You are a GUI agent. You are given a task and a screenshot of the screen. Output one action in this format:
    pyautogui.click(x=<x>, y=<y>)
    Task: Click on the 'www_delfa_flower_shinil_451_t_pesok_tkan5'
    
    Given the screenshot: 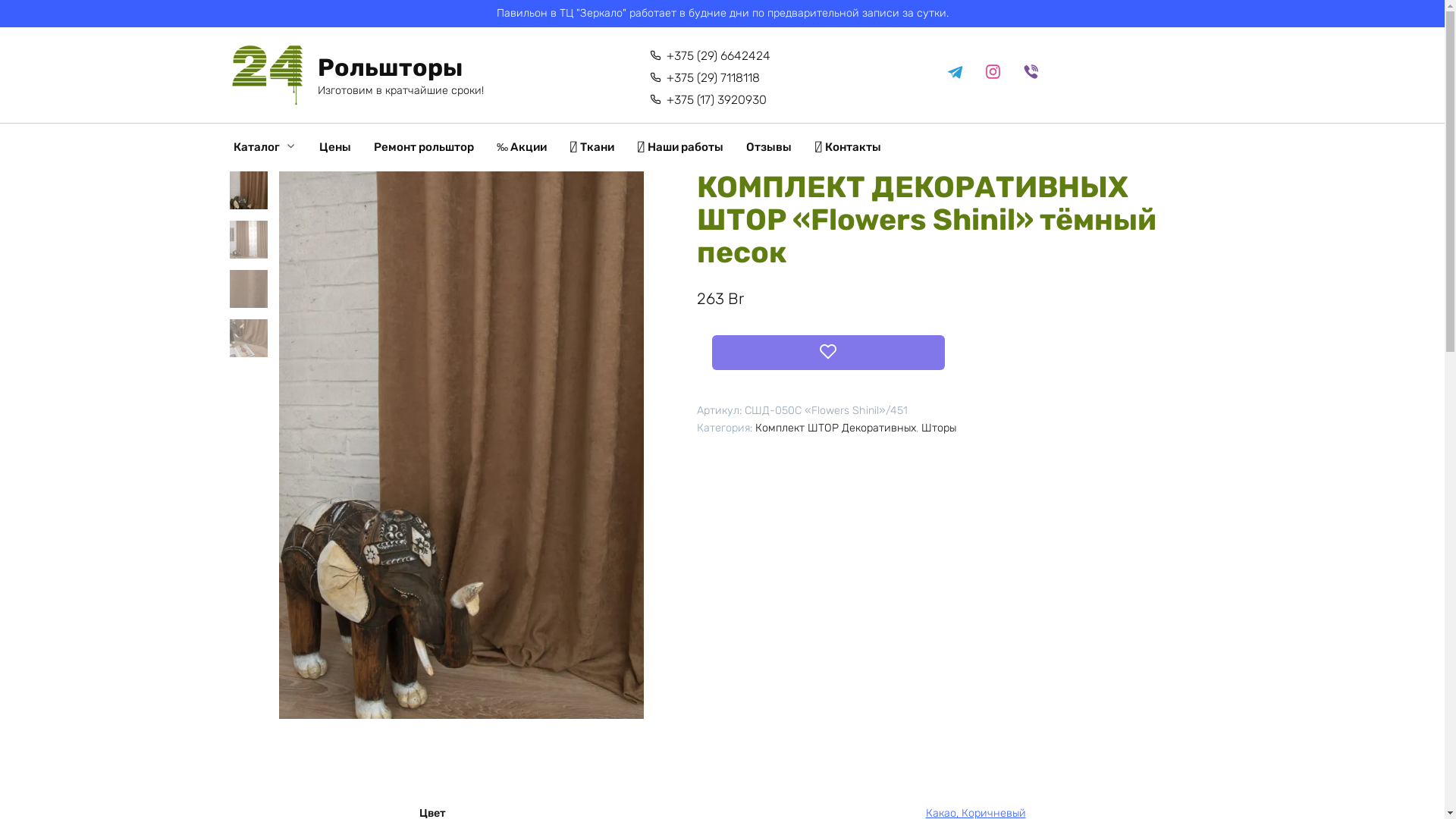 What is the action you would take?
    pyautogui.click(x=460, y=444)
    